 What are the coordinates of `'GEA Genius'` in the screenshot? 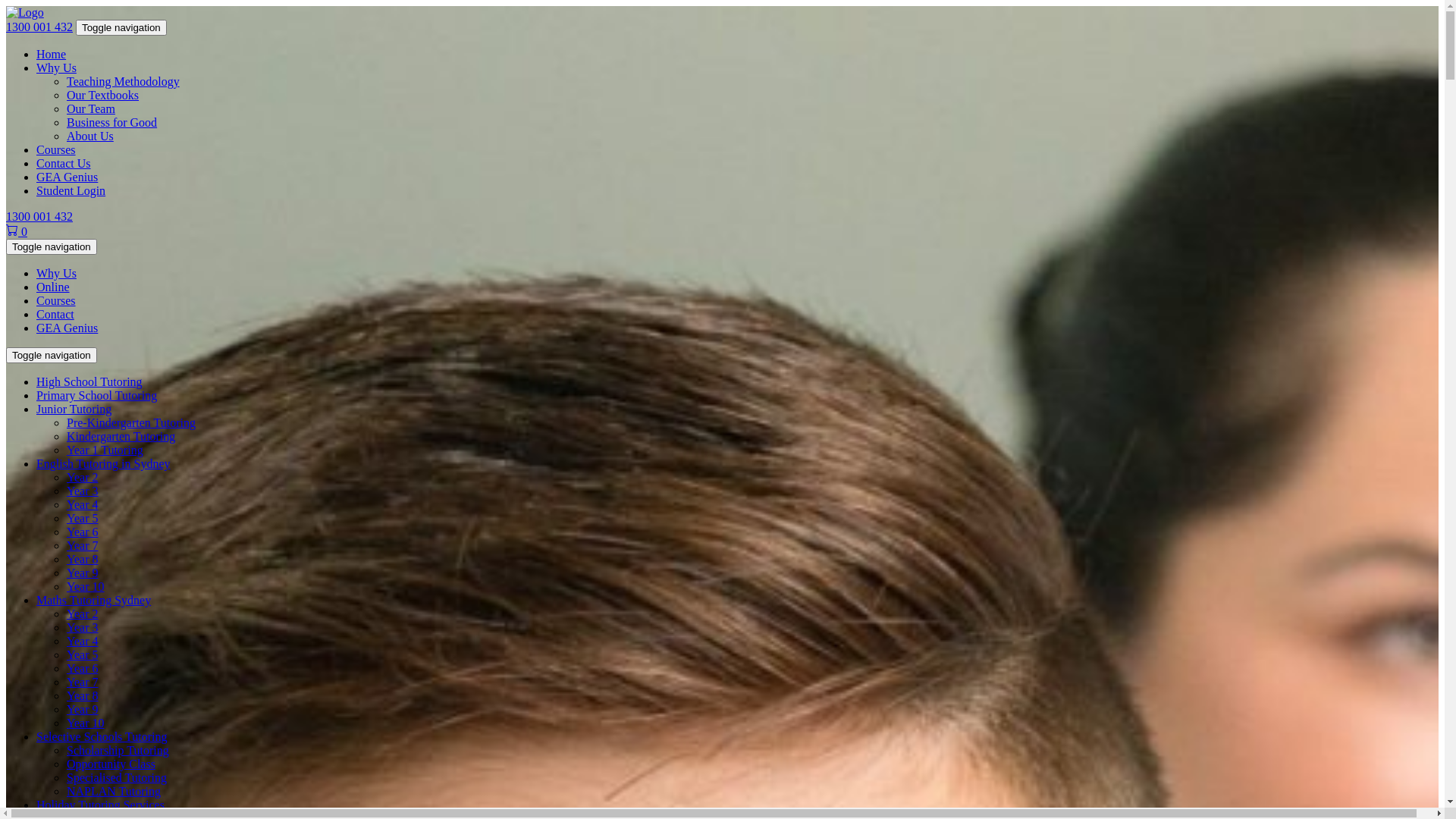 It's located at (36, 176).